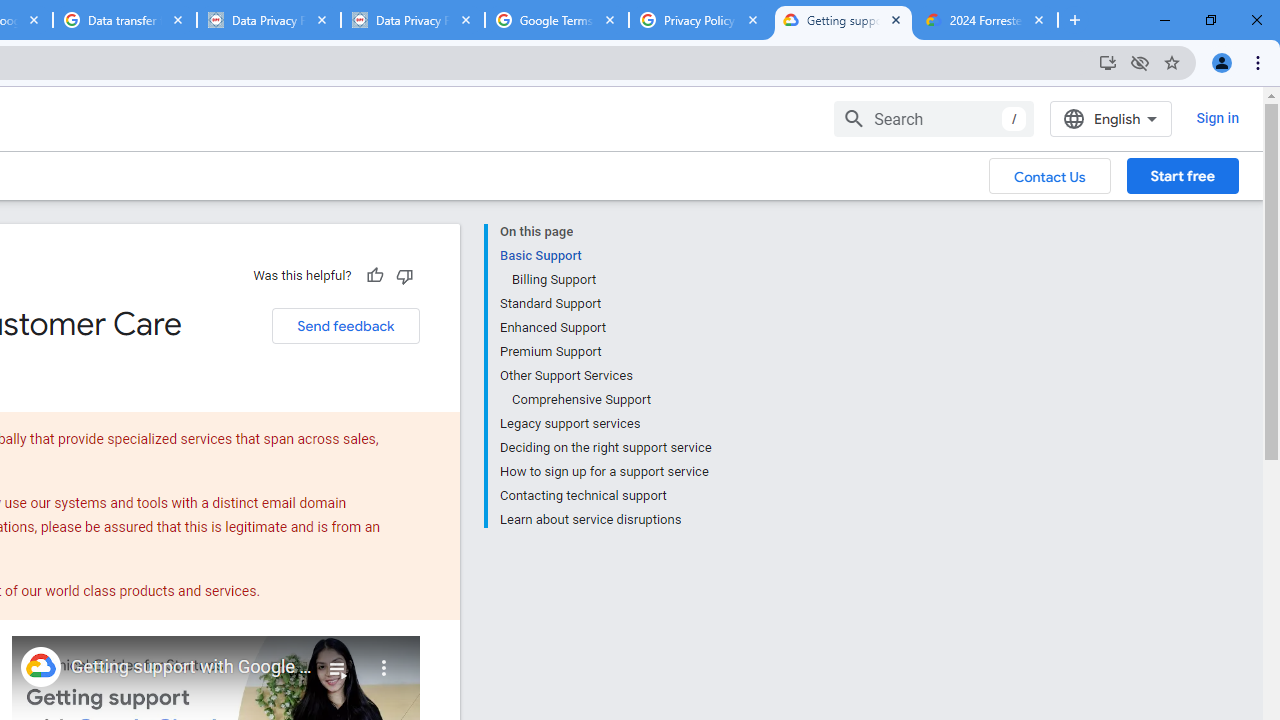 The image size is (1280, 720). Describe the element at coordinates (403, 275) in the screenshot. I see `'Not helpful'` at that location.